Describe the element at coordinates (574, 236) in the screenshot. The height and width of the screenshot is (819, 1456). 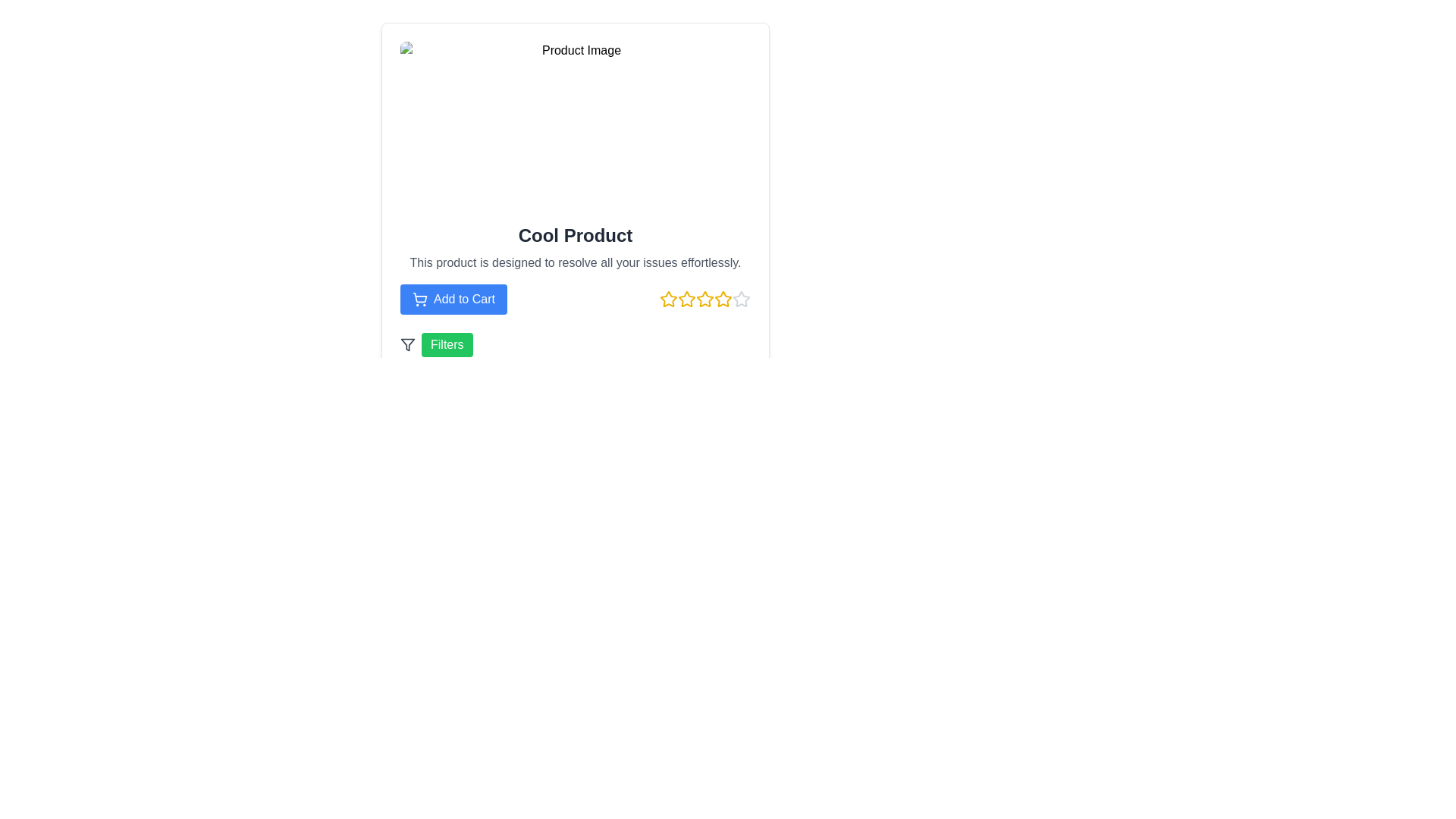
I see `the product title text label, which is centered below the product image and above the product description` at that location.